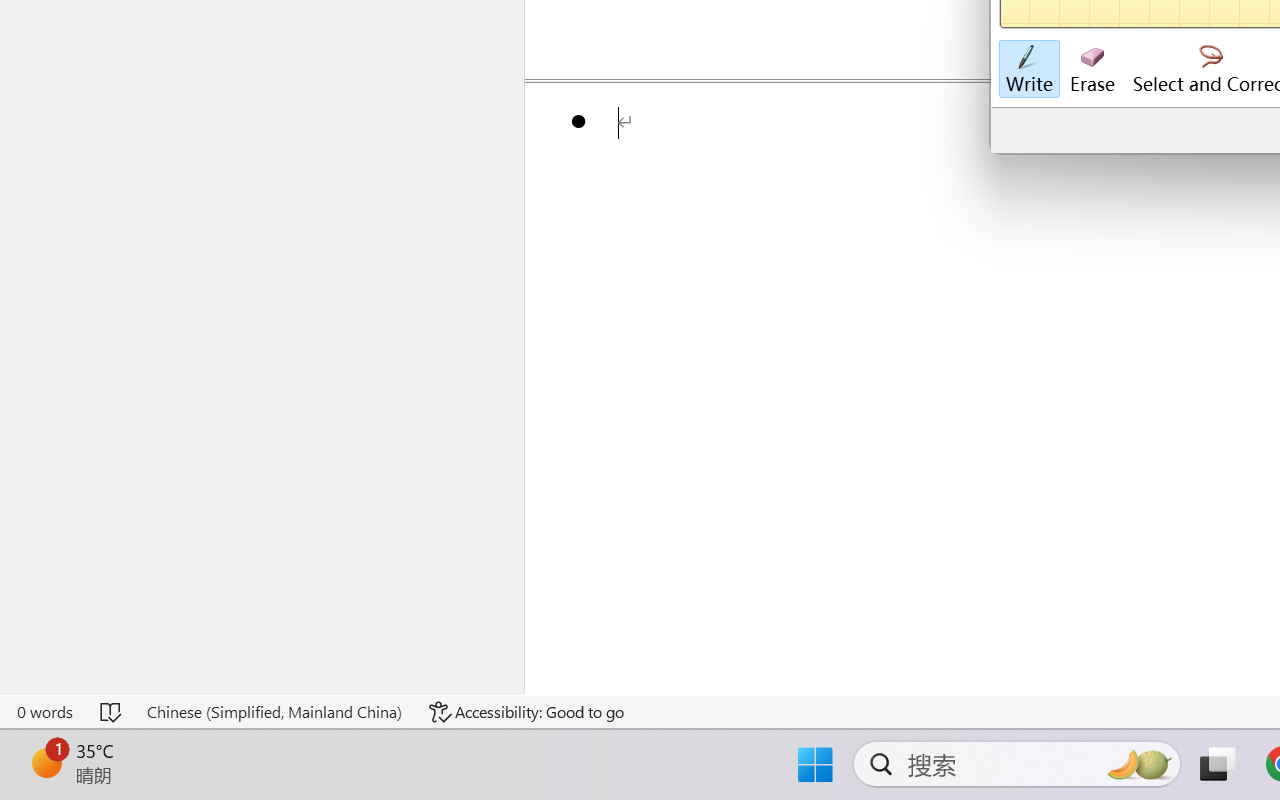 The width and height of the screenshot is (1280, 800). Describe the element at coordinates (1029, 69) in the screenshot. I see `'Write'` at that location.